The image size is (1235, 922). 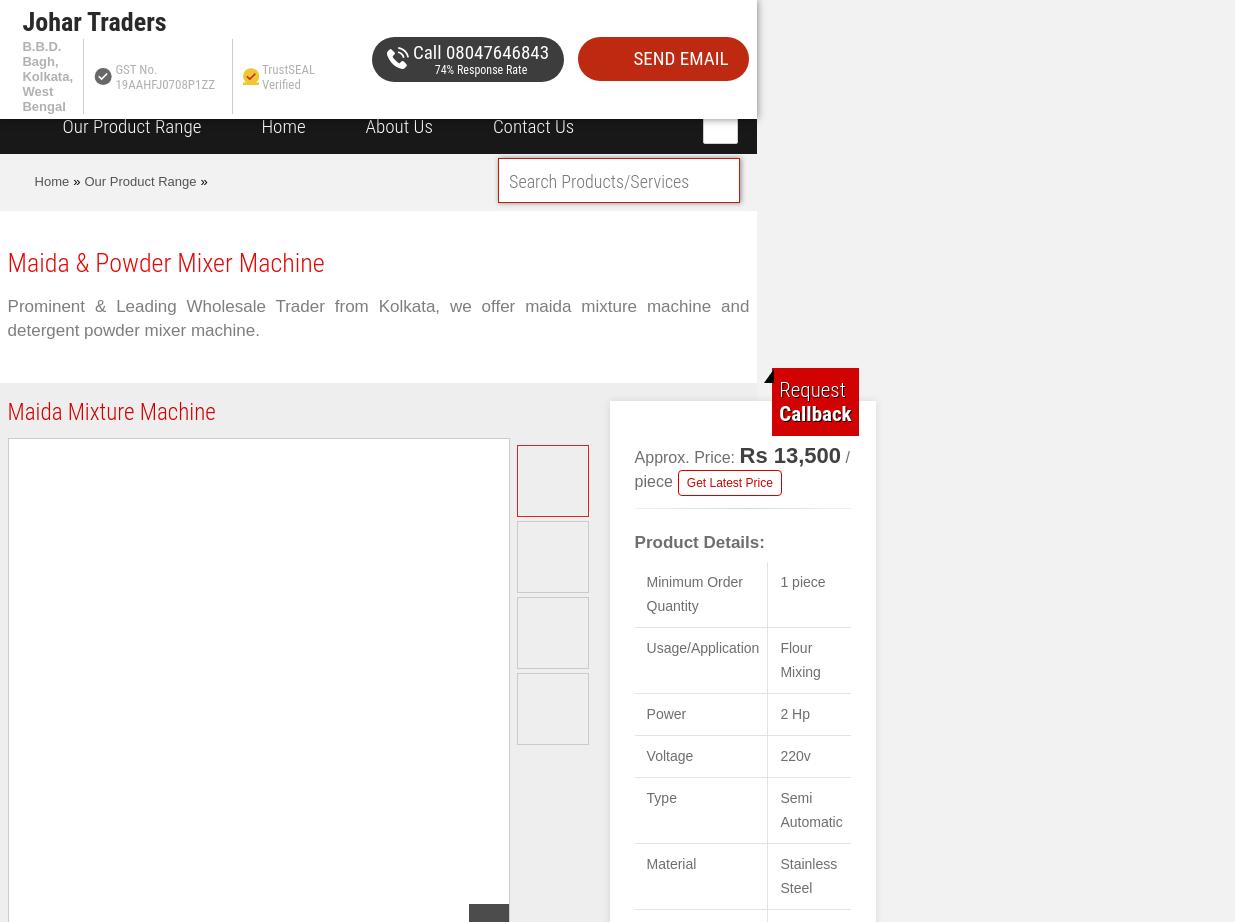 I want to click on 'Voltage', so click(x=669, y=755).